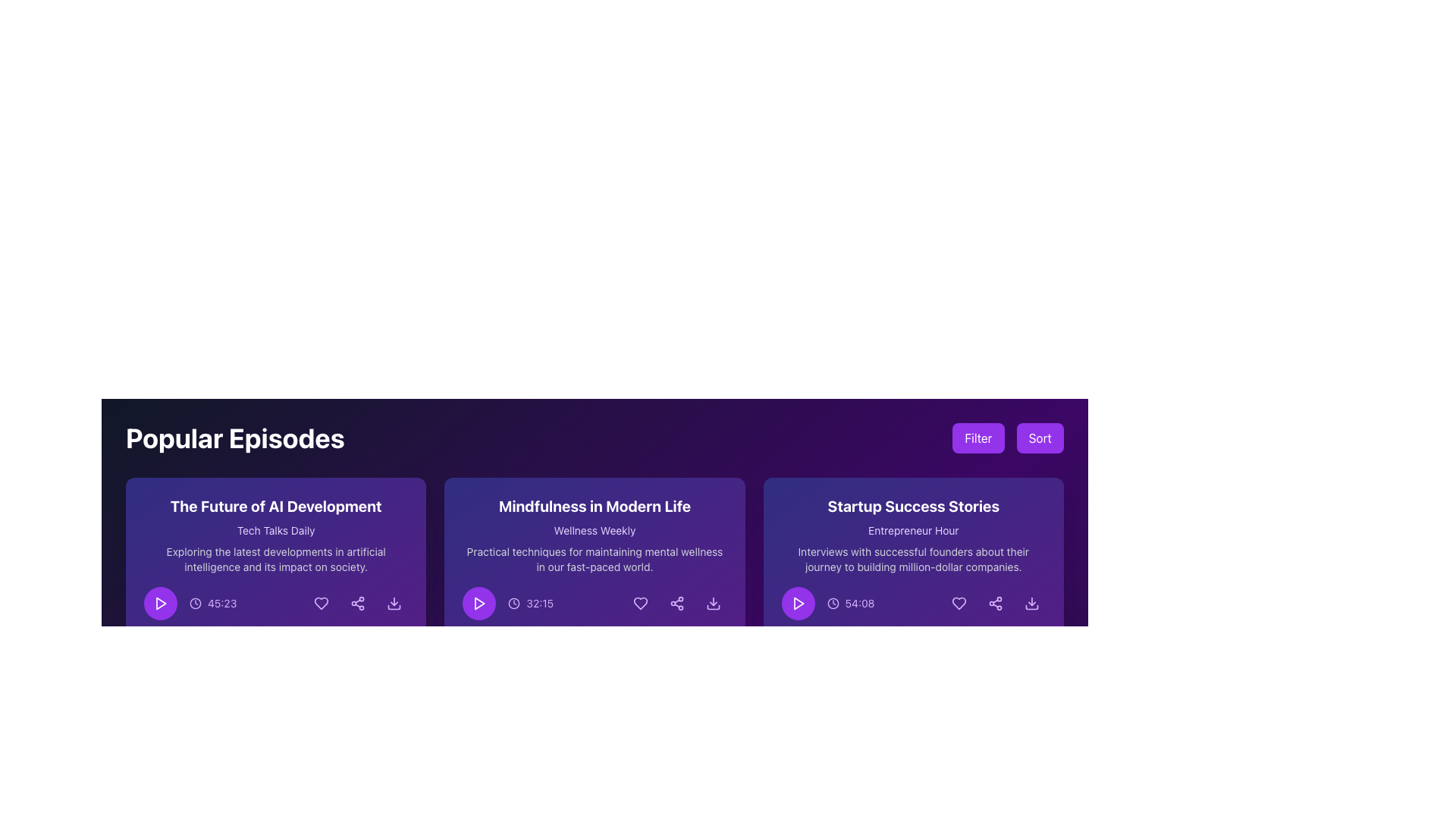  Describe the element at coordinates (959, 602) in the screenshot. I see `the heart icon, which is a filled purple icon located within the 'Startup Success Stories' card, positioned to the right of the play button and the duration text` at that location.